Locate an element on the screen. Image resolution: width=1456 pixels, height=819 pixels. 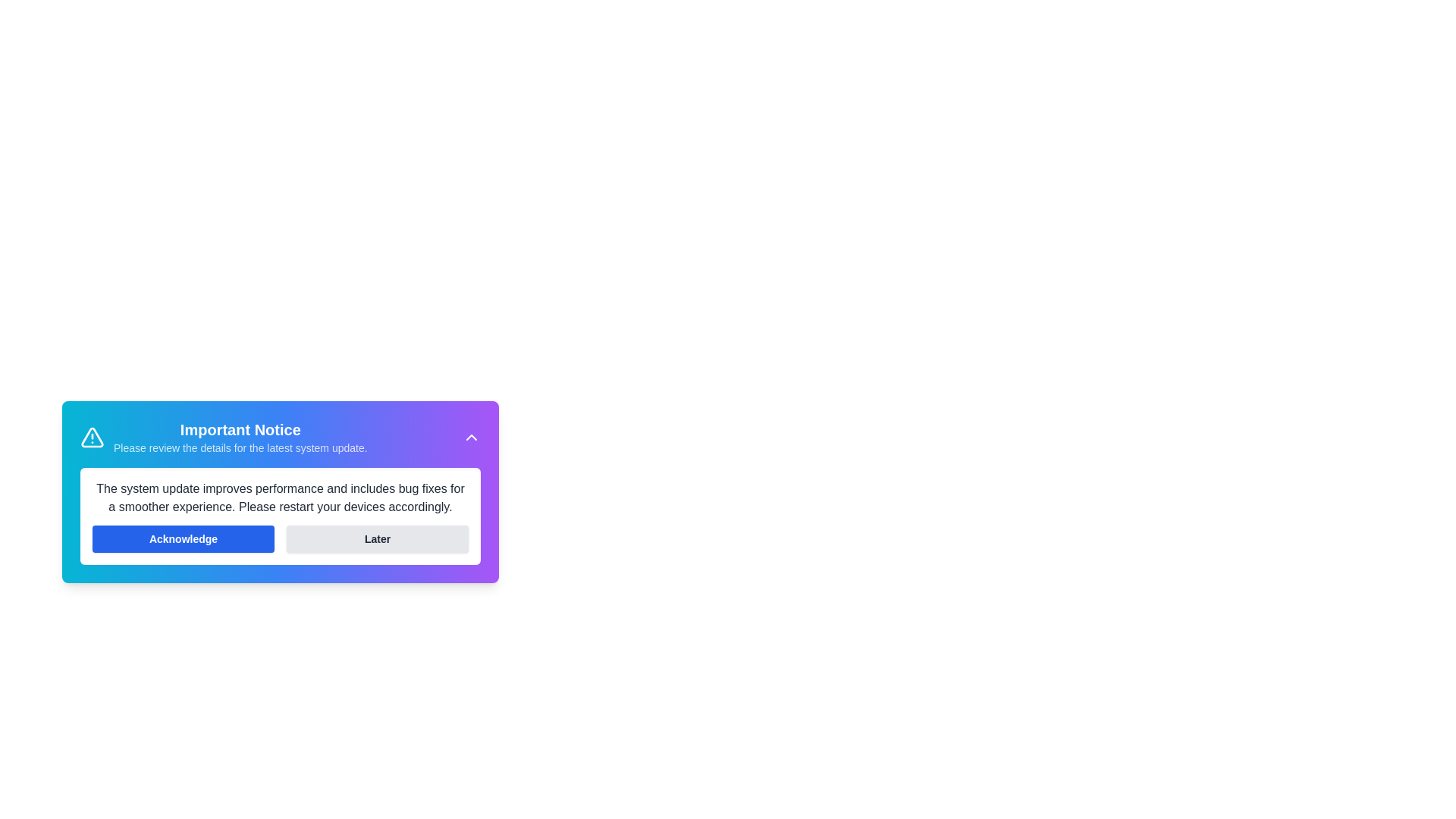
the alert icon to interact with it is located at coordinates (91, 438).